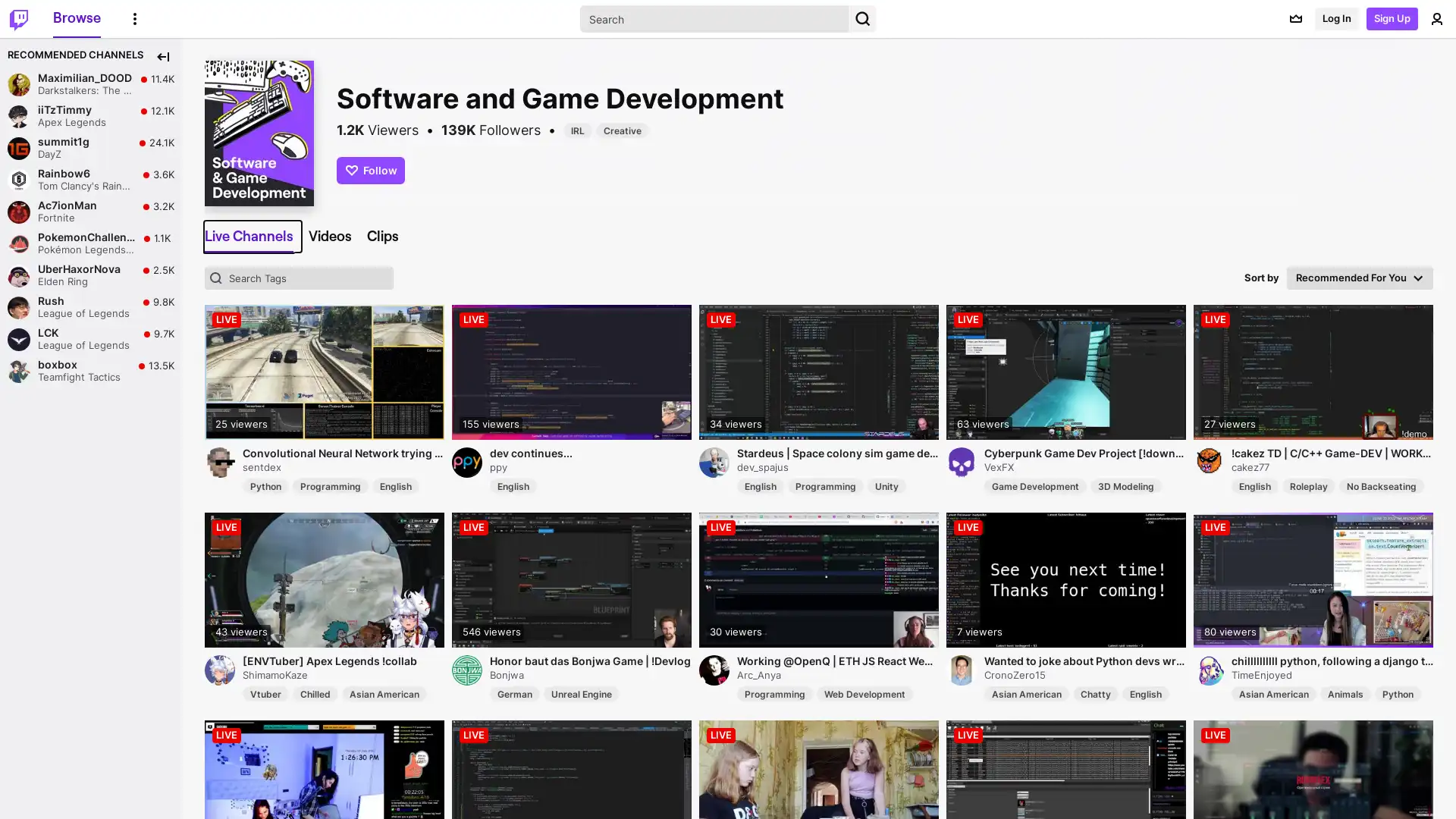 This screenshot has width=1456, height=819. Describe the element at coordinates (1436, 18) in the screenshot. I see `User Menu` at that location.